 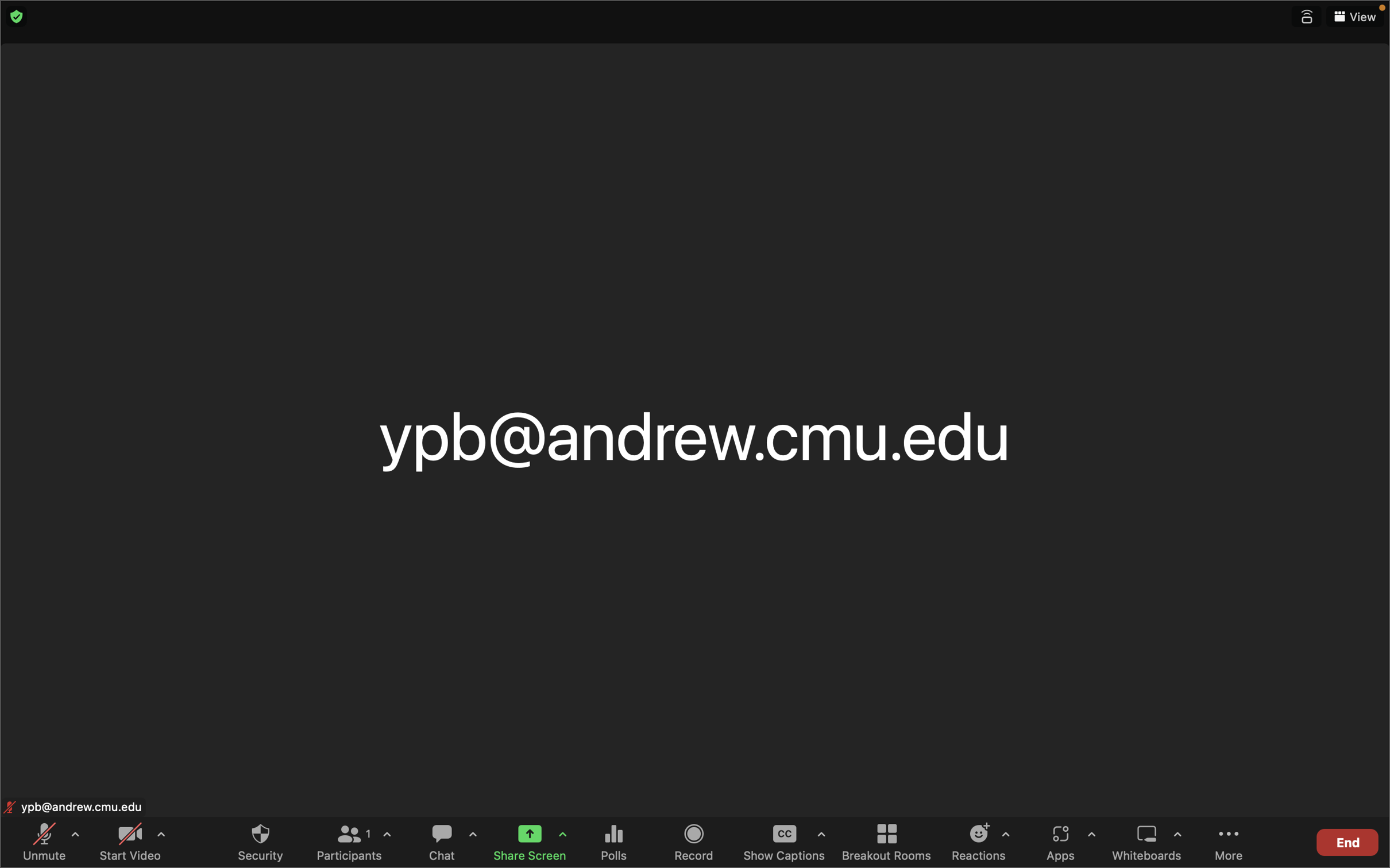 What do you see at coordinates (526, 840) in the screenshot?
I see `Display your desktop on screen` at bounding box center [526, 840].